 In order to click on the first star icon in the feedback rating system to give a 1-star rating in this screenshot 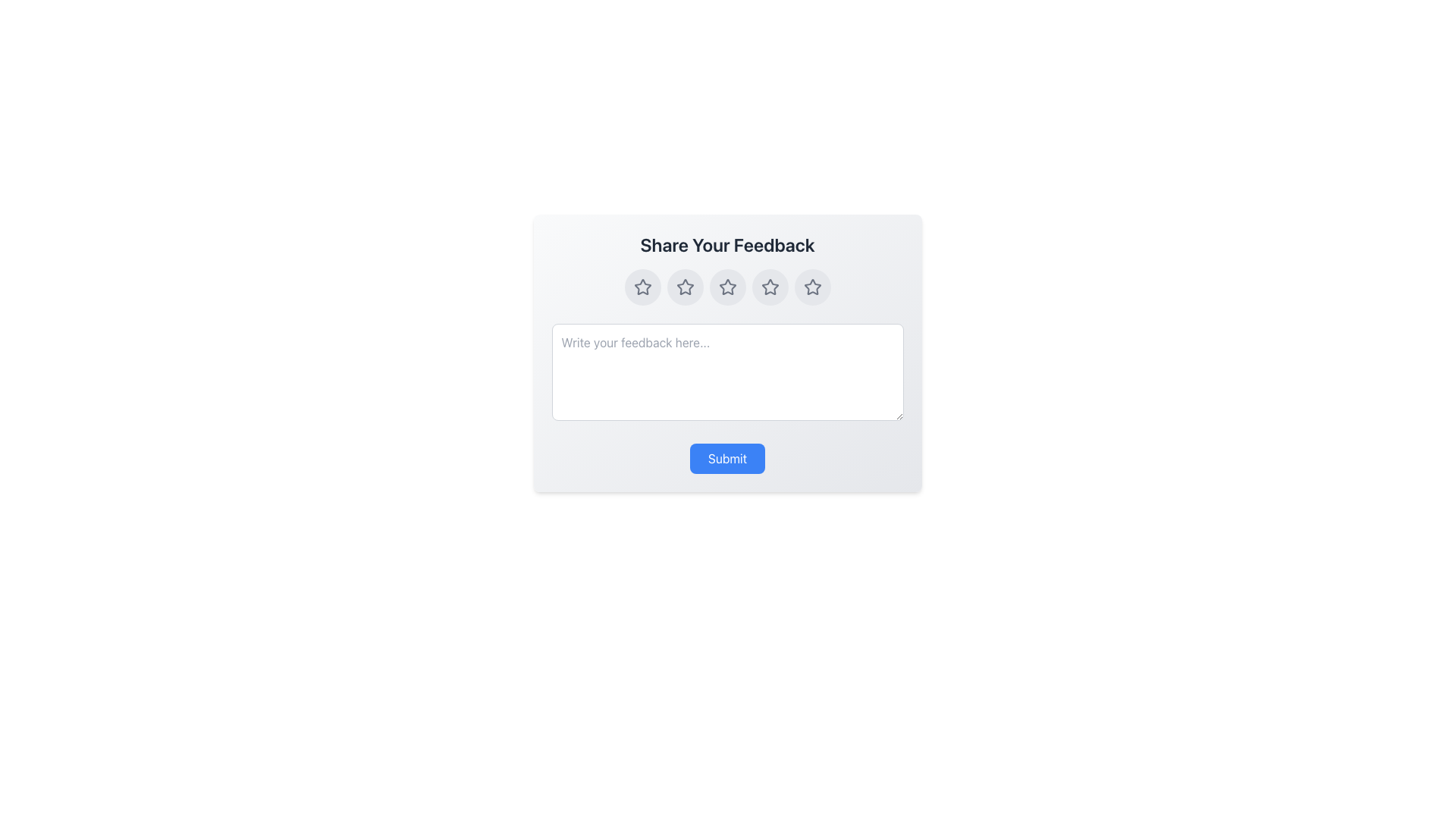, I will do `click(642, 287)`.